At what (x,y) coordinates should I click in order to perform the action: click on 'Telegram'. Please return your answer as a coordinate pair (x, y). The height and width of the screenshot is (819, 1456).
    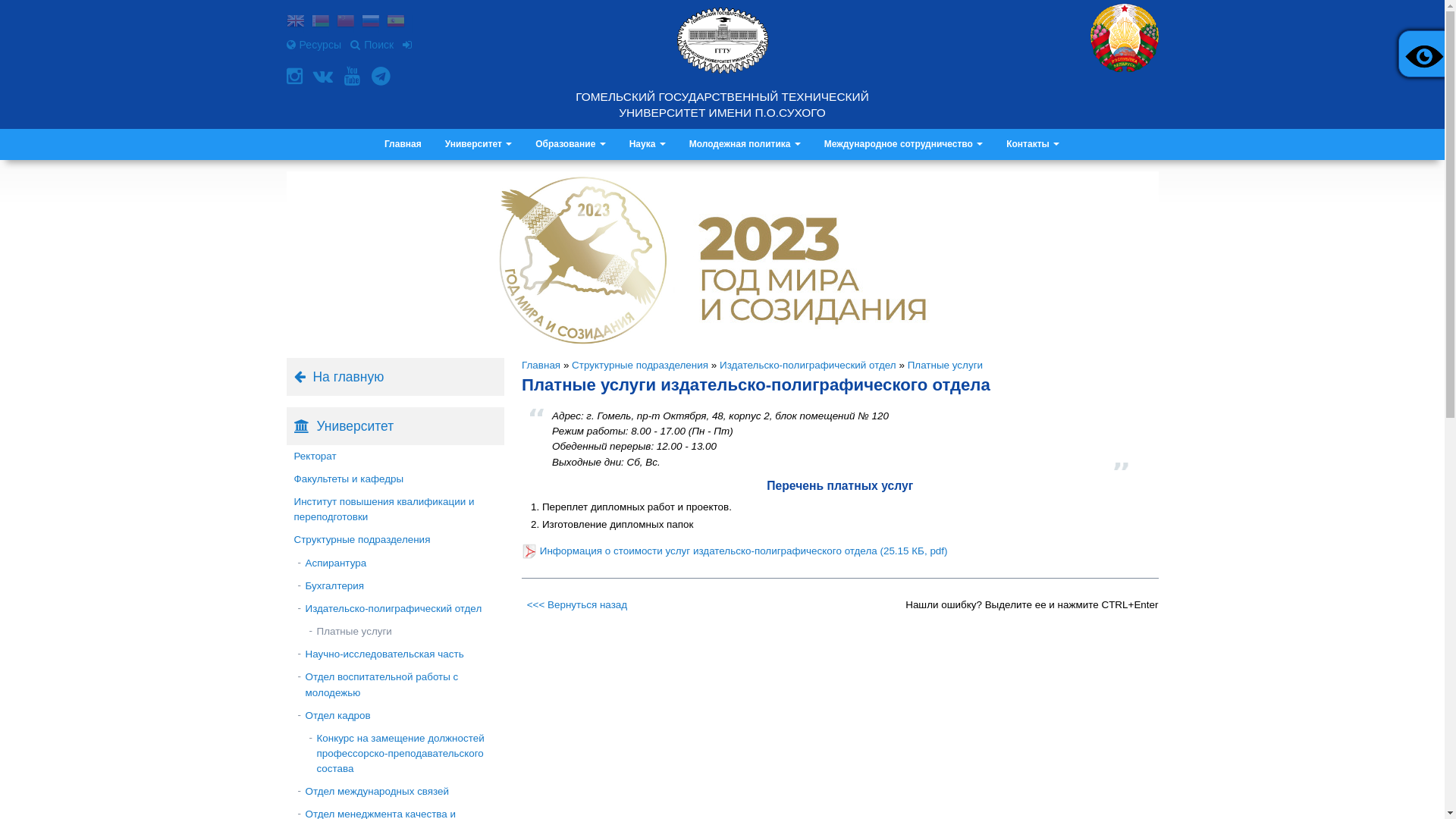
    Looking at the image, I should click on (371, 76).